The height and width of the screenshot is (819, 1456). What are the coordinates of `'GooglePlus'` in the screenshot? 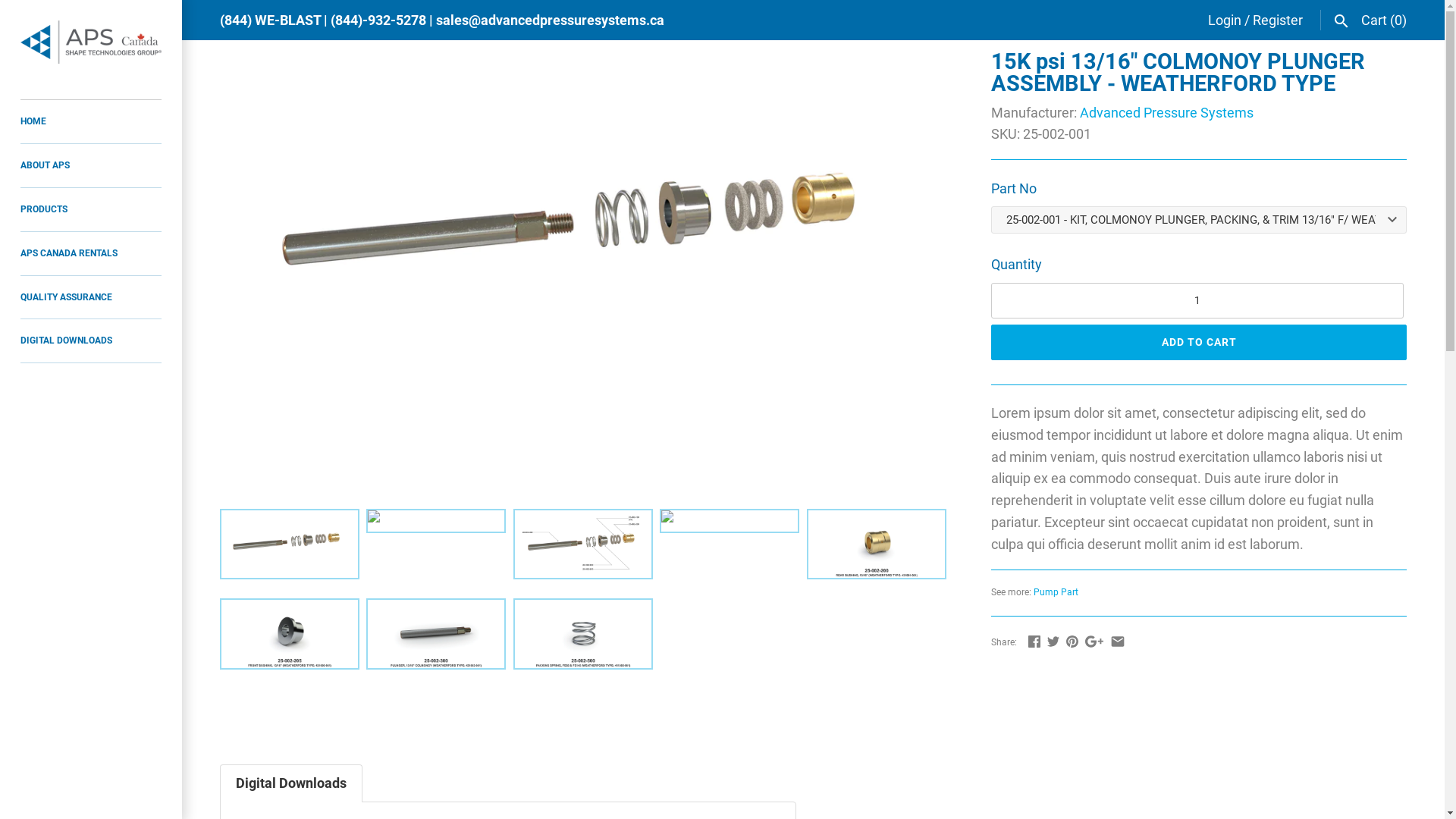 It's located at (1094, 641).